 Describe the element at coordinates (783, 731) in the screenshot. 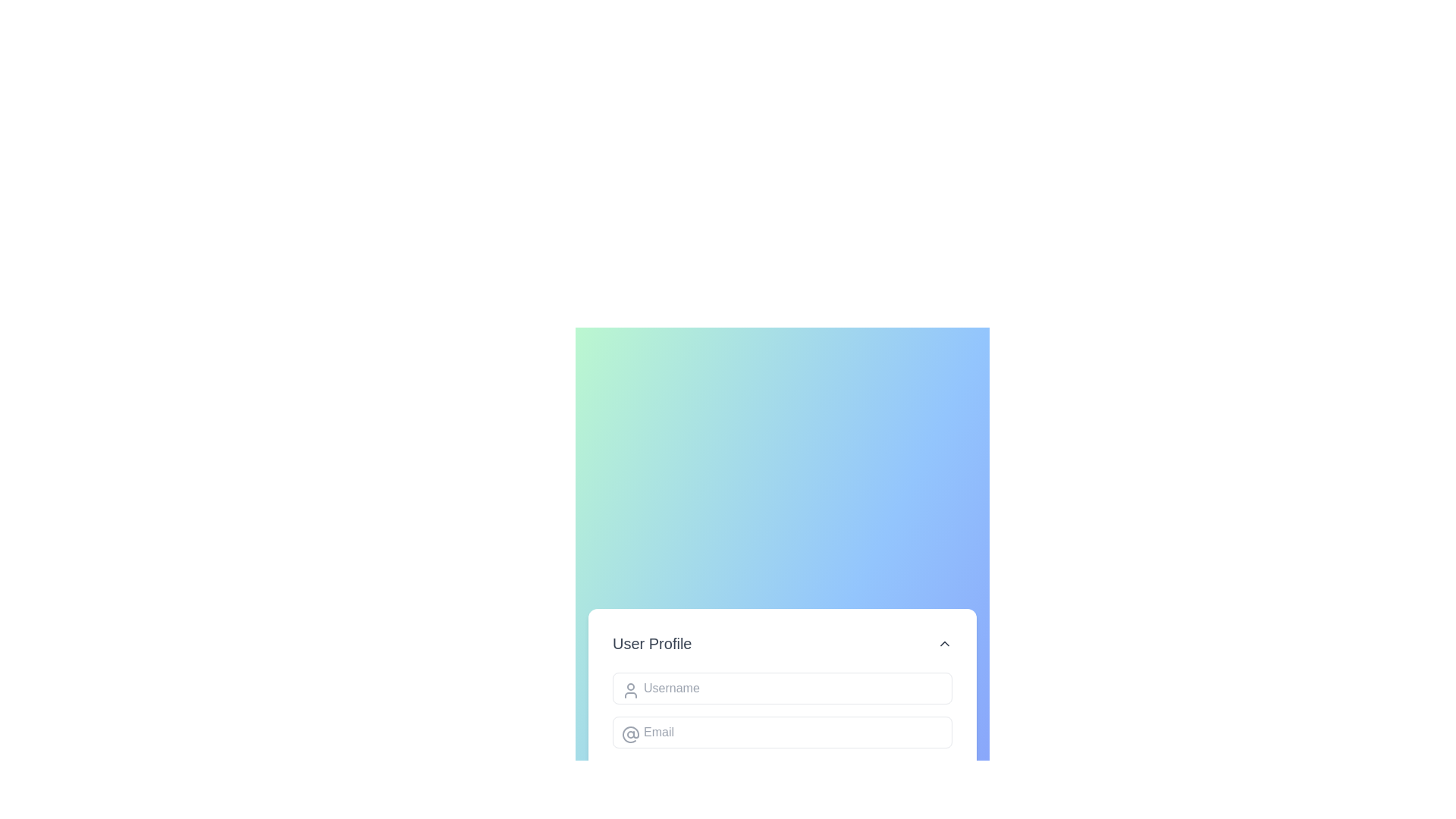

I see `the email input field, which is the second interactive input under the 'User Profile' section` at that location.